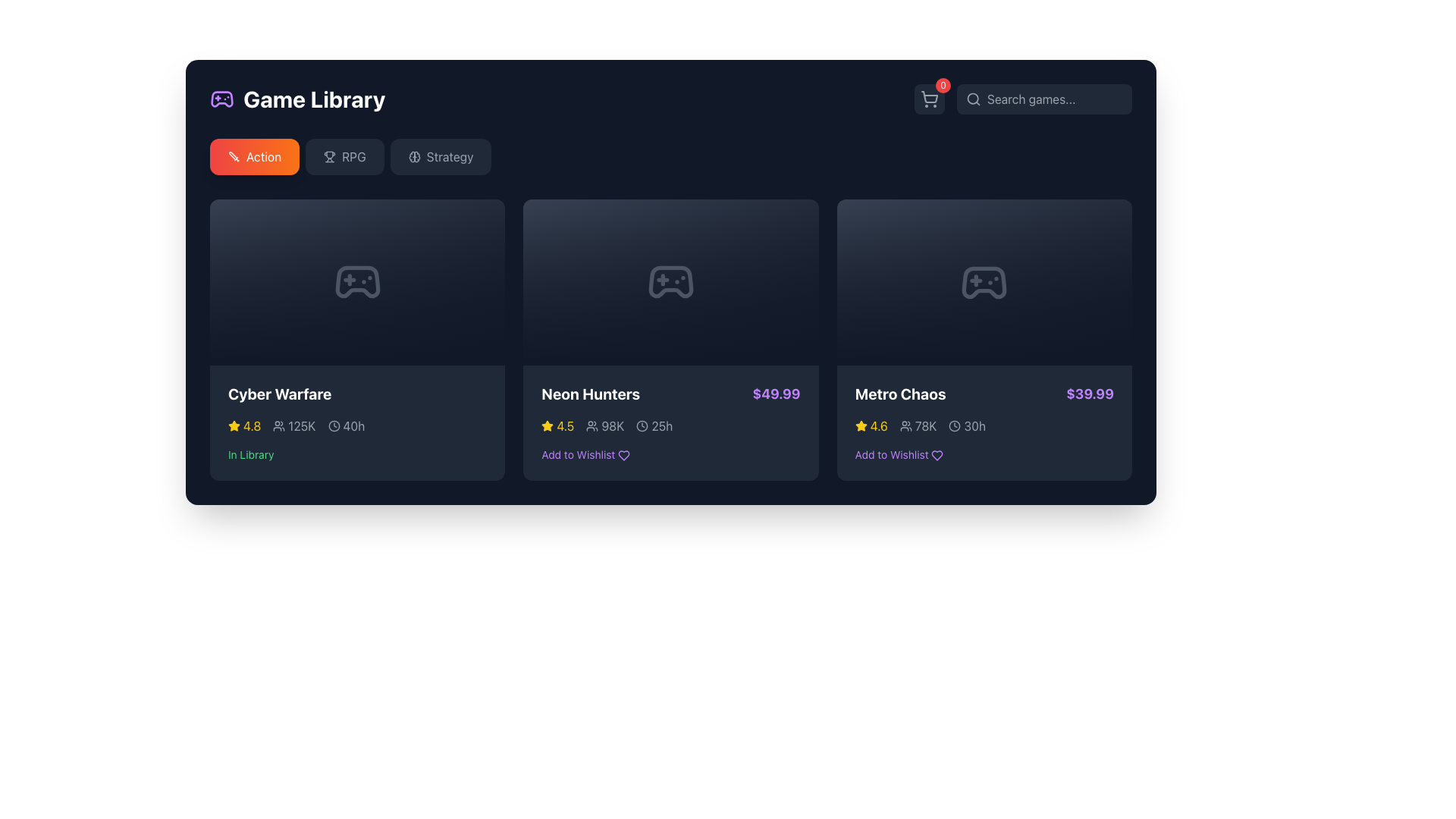 The height and width of the screenshot is (819, 1456). I want to click on the trophy icon located within the 'RPG' button on the top bar of the application, positioned towards the left side of the button, so click(329, 157).